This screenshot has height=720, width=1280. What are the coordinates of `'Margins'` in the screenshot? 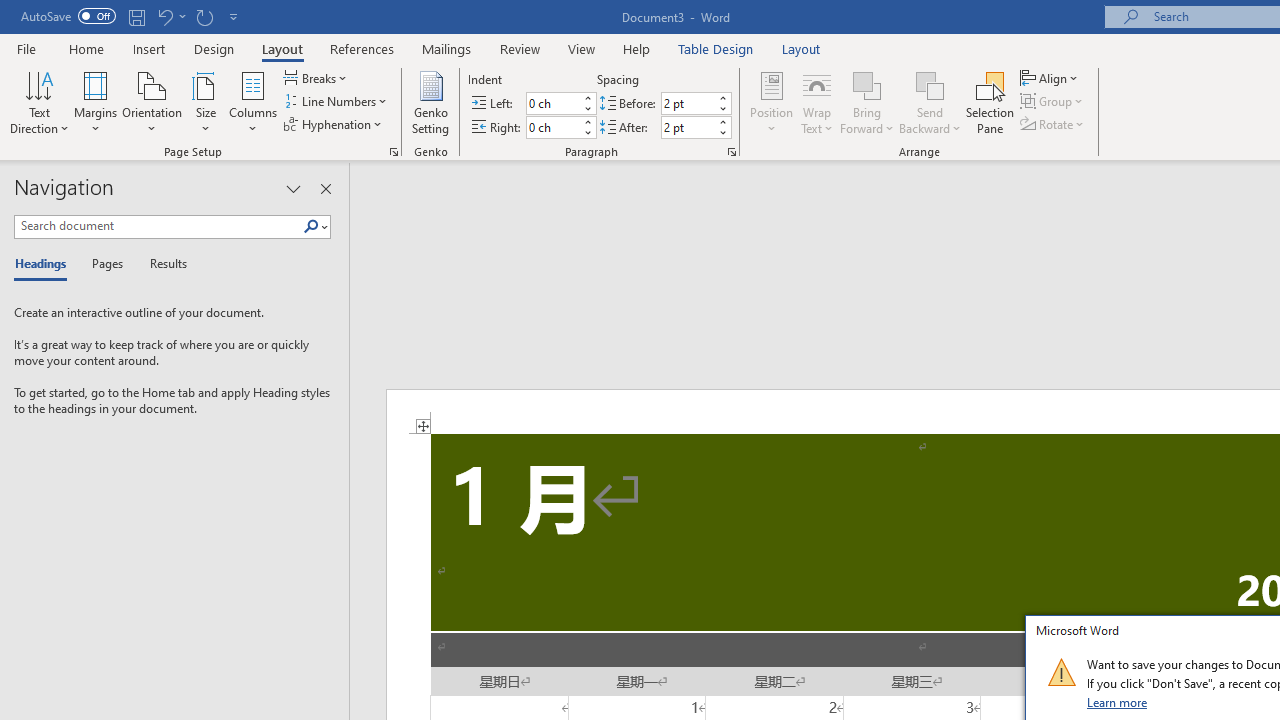 It's located at (95, 103).